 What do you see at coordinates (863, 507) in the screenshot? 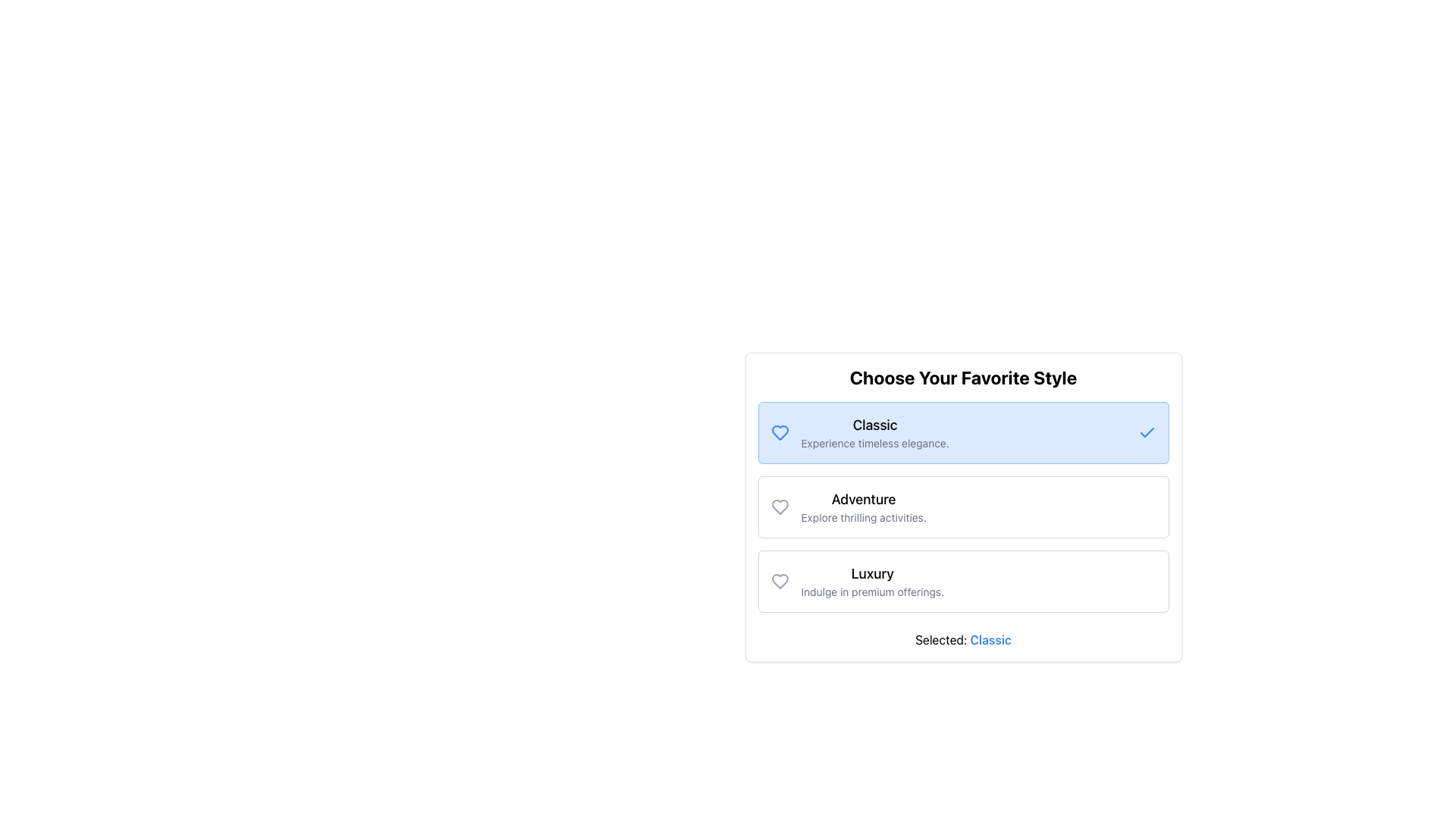
I see `to select the 'Adventure' option, which is the second selectable item in a vertically stacked list, featuring a bold title and a description` at bounding box center [863, 507].